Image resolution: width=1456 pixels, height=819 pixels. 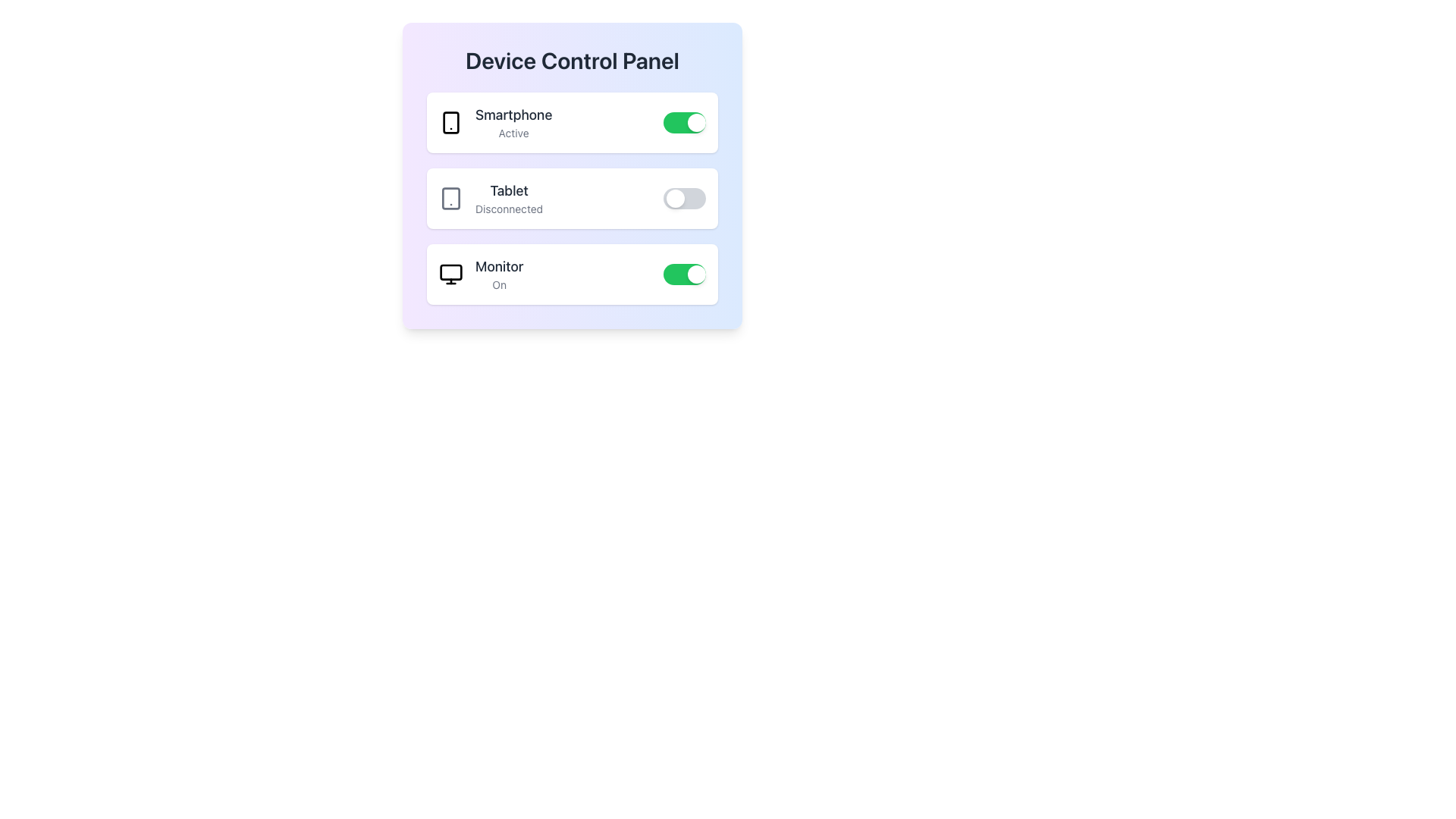 What do you see at coordinates (450, 275) in the screenshot?
I see `the monitor icon in the Device Control Panel` at bounding box center [450, 275].